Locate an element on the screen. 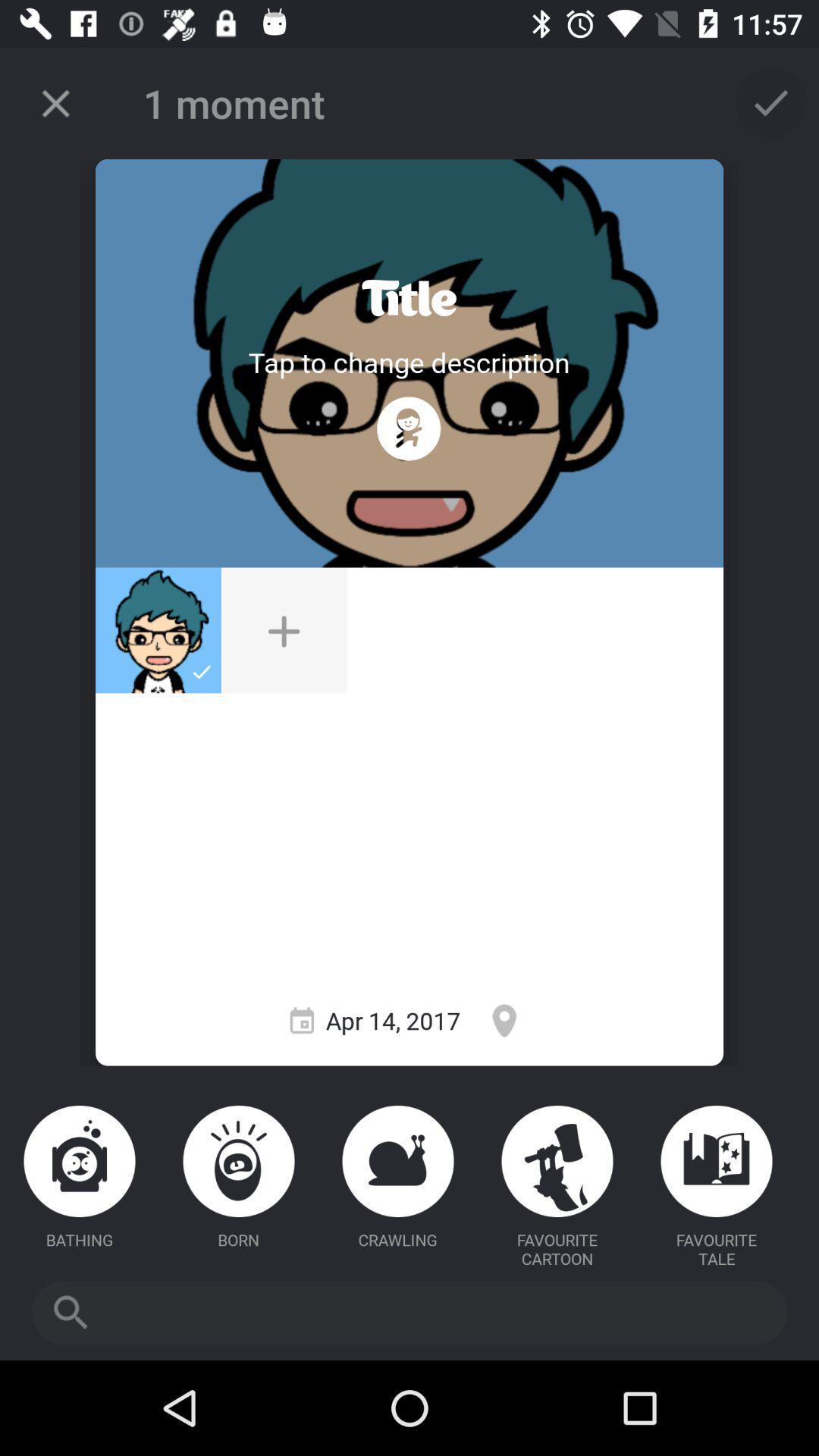  the item to the left of 1 moment item is located at coordinates (55, 102).